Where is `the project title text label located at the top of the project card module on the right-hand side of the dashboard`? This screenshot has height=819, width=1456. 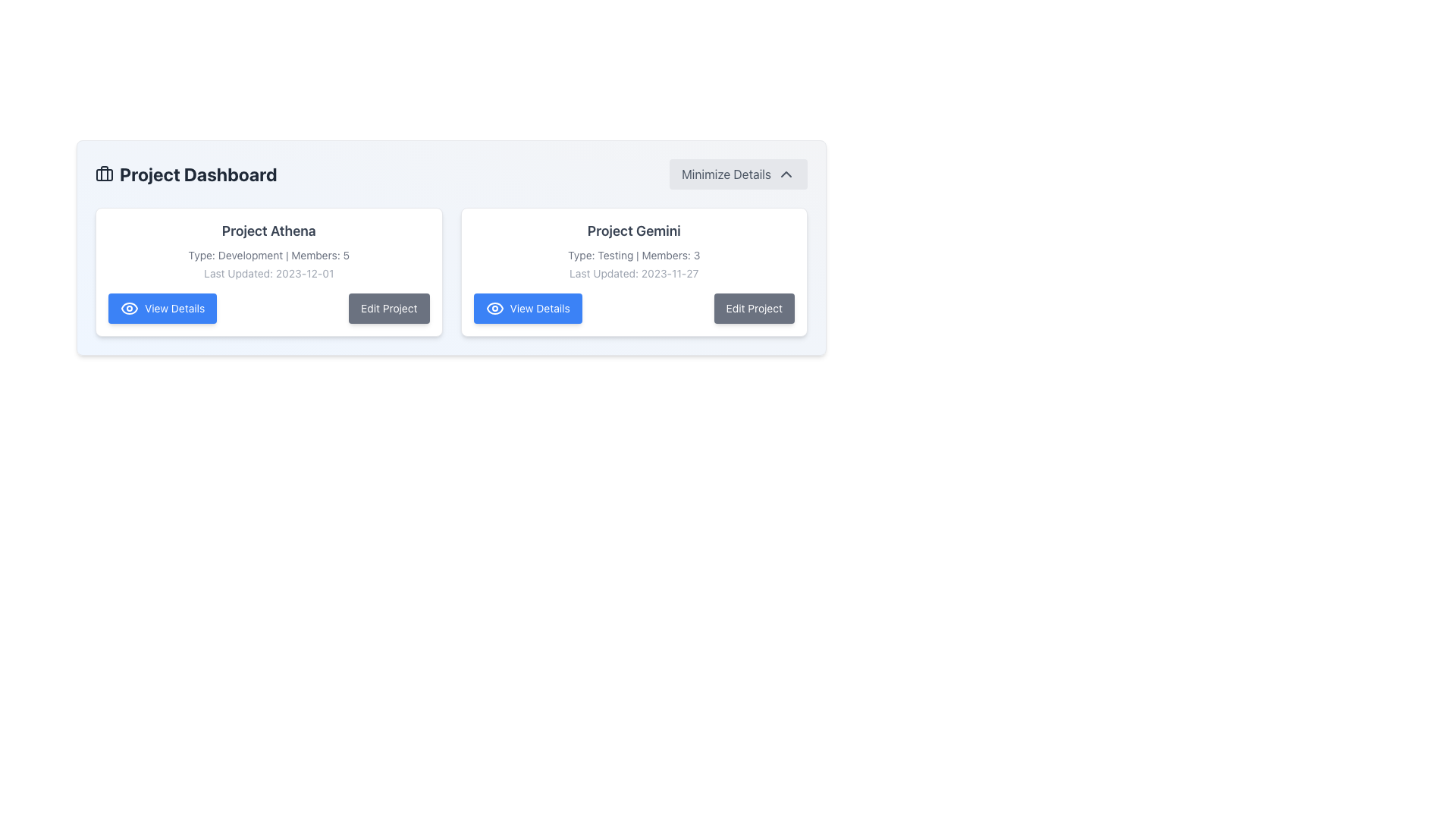 the project title text label located at the top of the project card module on the right-hand side of the dashboard is located at coordinates (634, 231).